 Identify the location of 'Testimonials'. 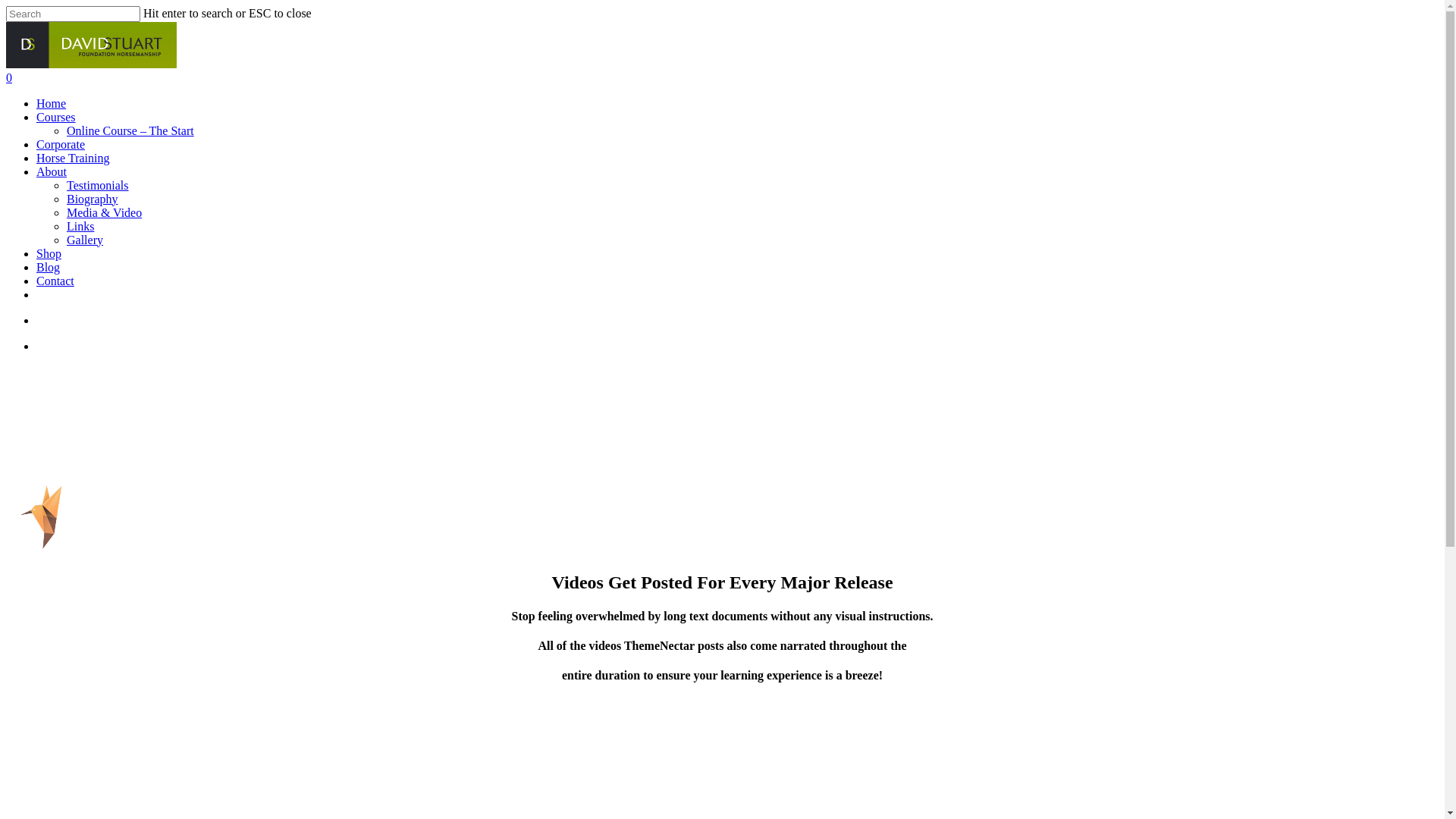
(97, 184).